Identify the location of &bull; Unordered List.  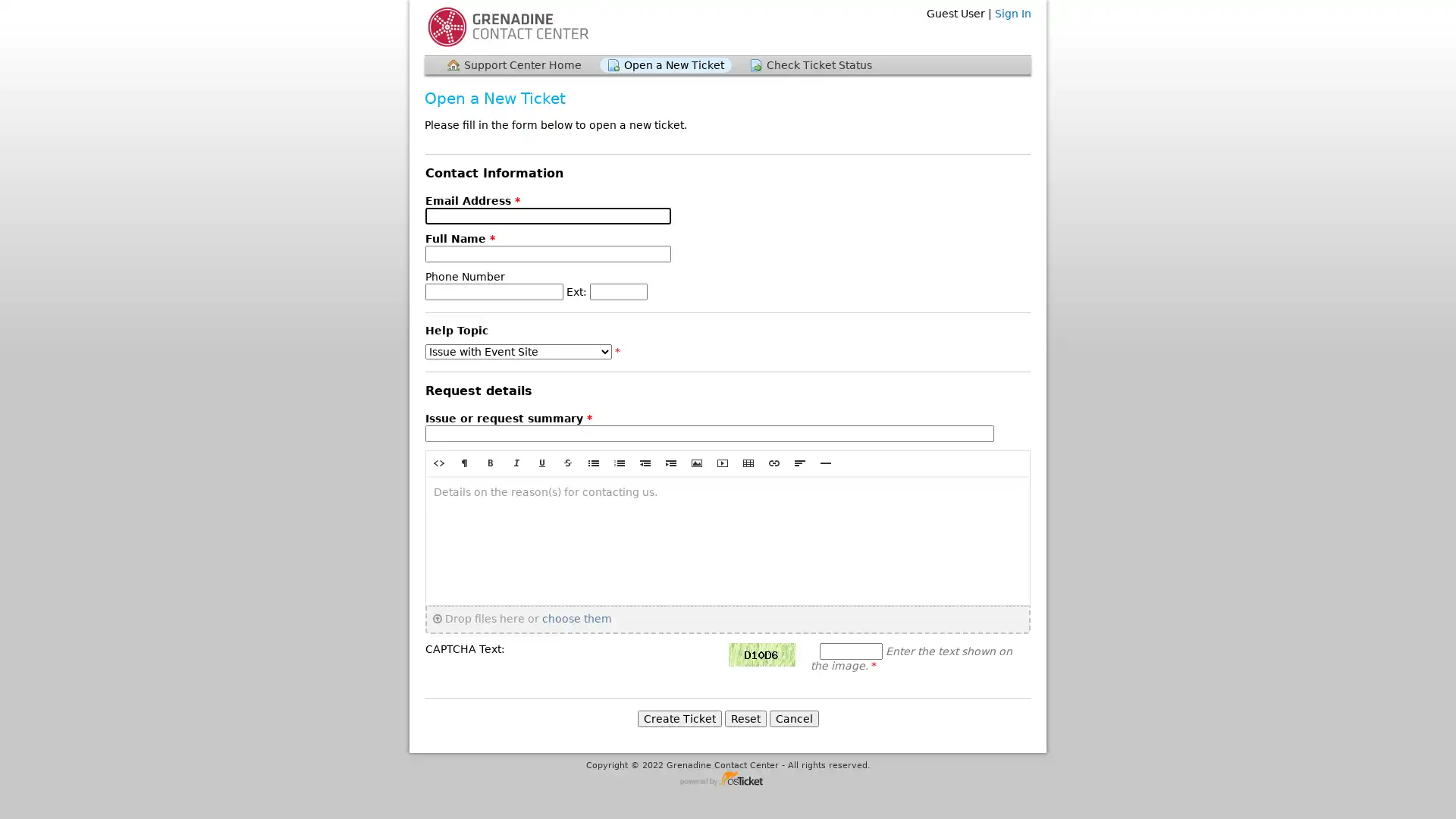
(592, 462).